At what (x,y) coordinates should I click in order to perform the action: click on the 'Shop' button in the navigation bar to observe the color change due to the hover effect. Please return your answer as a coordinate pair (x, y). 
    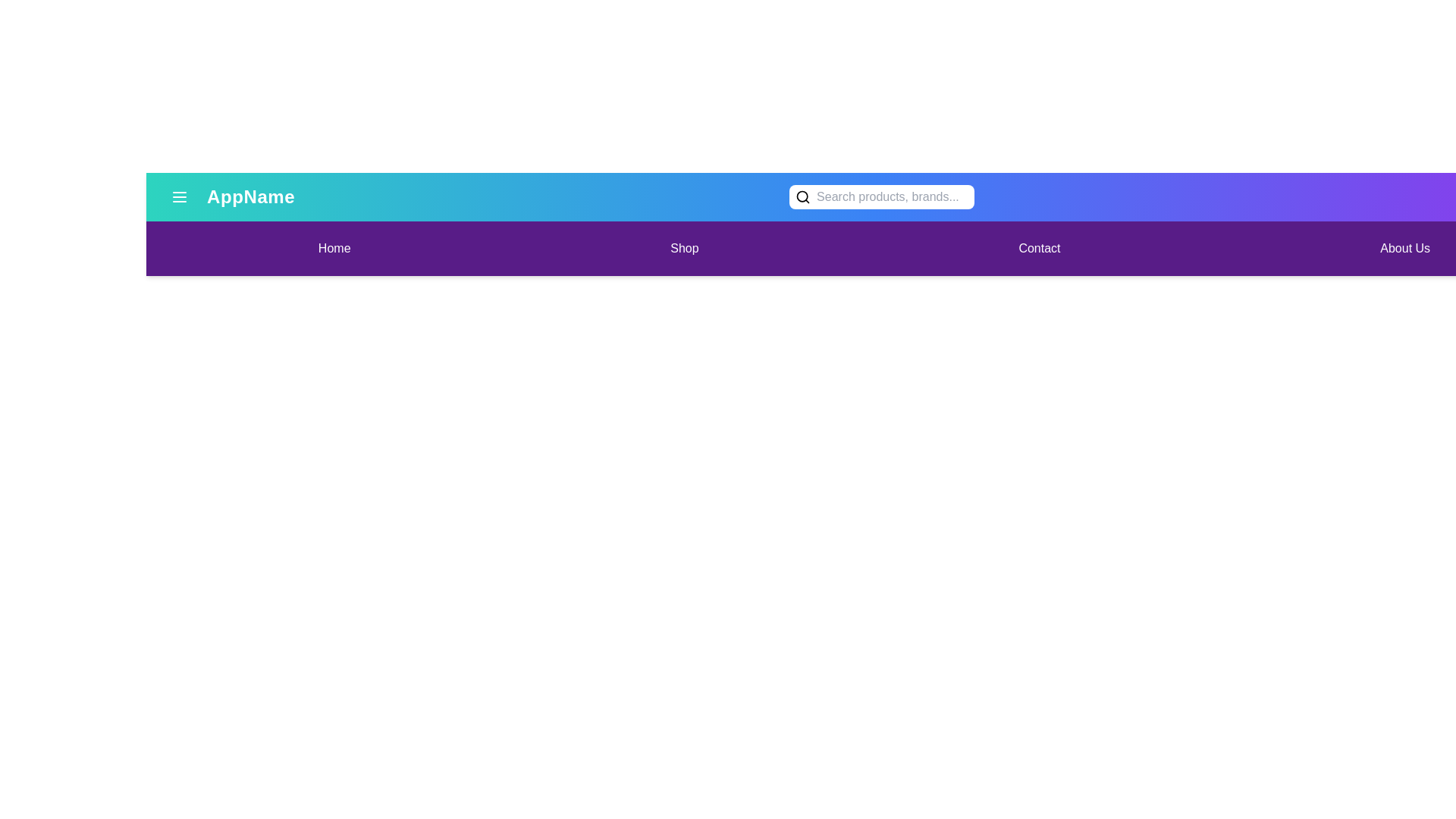
    Looking at the image, I should click on (683, 247).